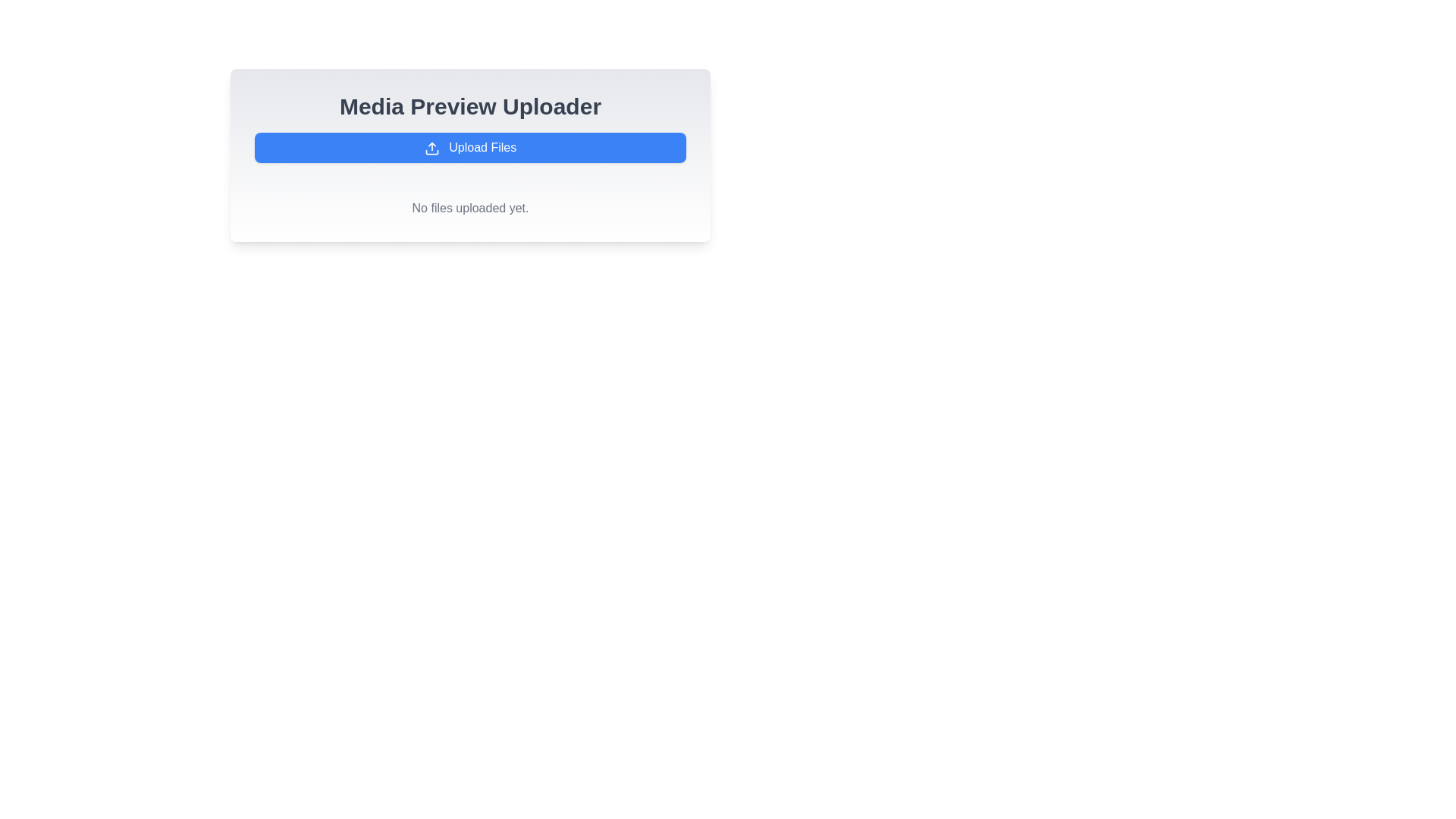  Describe the element at coordinates (469, 208) in the screenshot. I see `the text label displaying 'No files uploaded yet.' which is centered below the 'Upload Files' button` at that location.